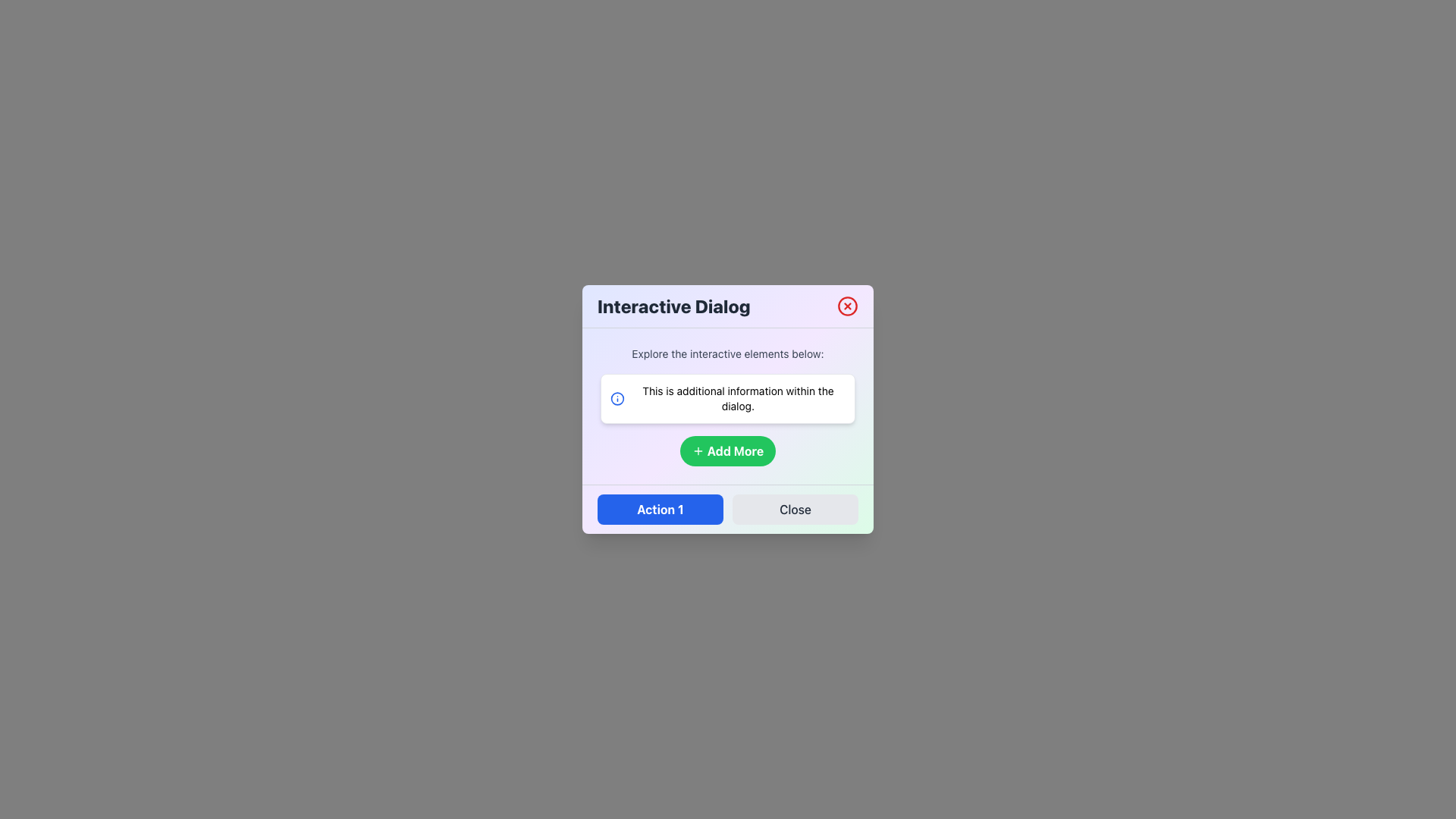 This screenshot has width=1456, height=819. I want to click on title text of the dialog header that displays 'Interactive Dialog' in bold font, located at the top of the panel with a light purple background, so click(728, 306).